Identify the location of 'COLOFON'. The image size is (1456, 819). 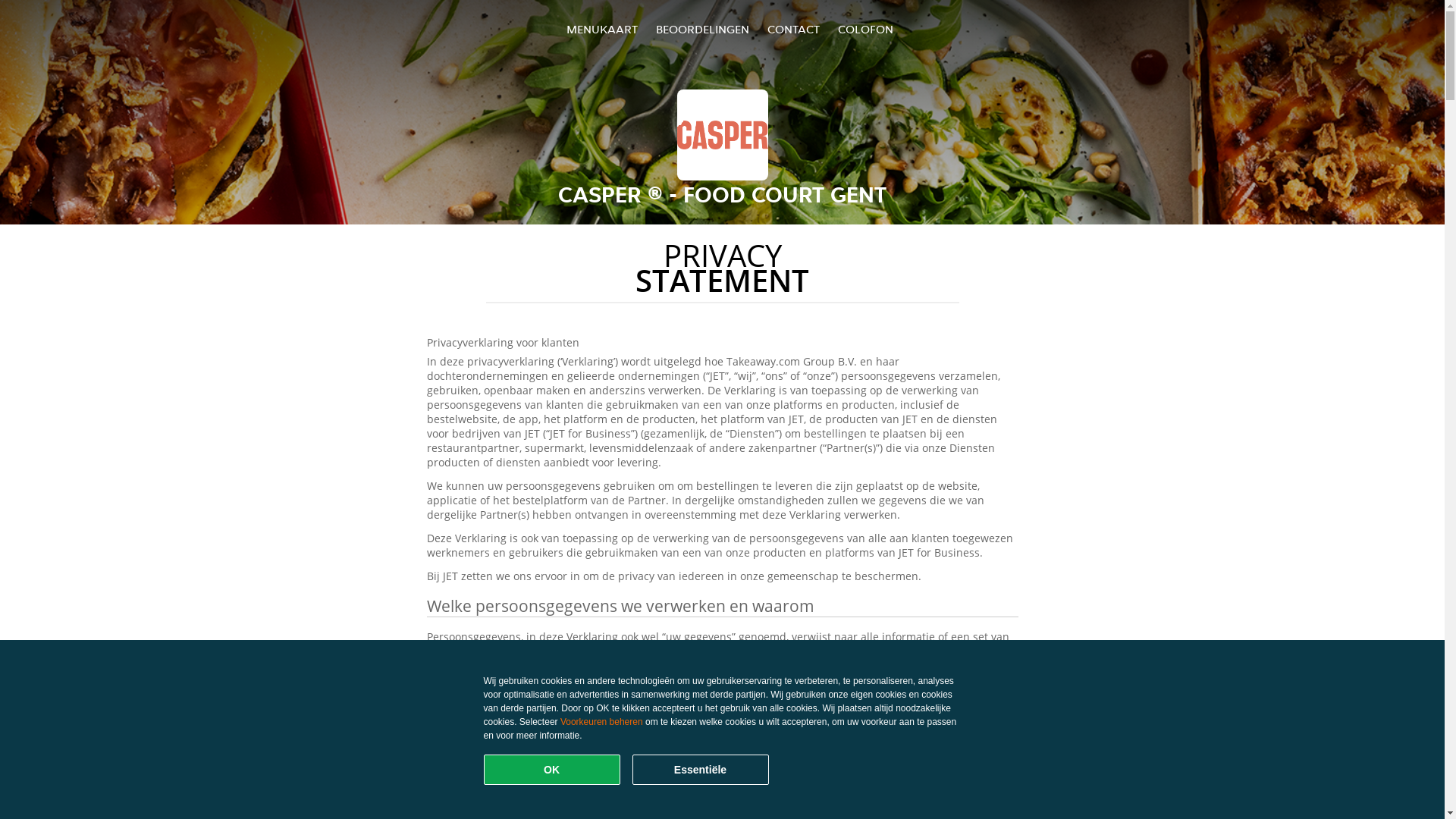
(836, 29).